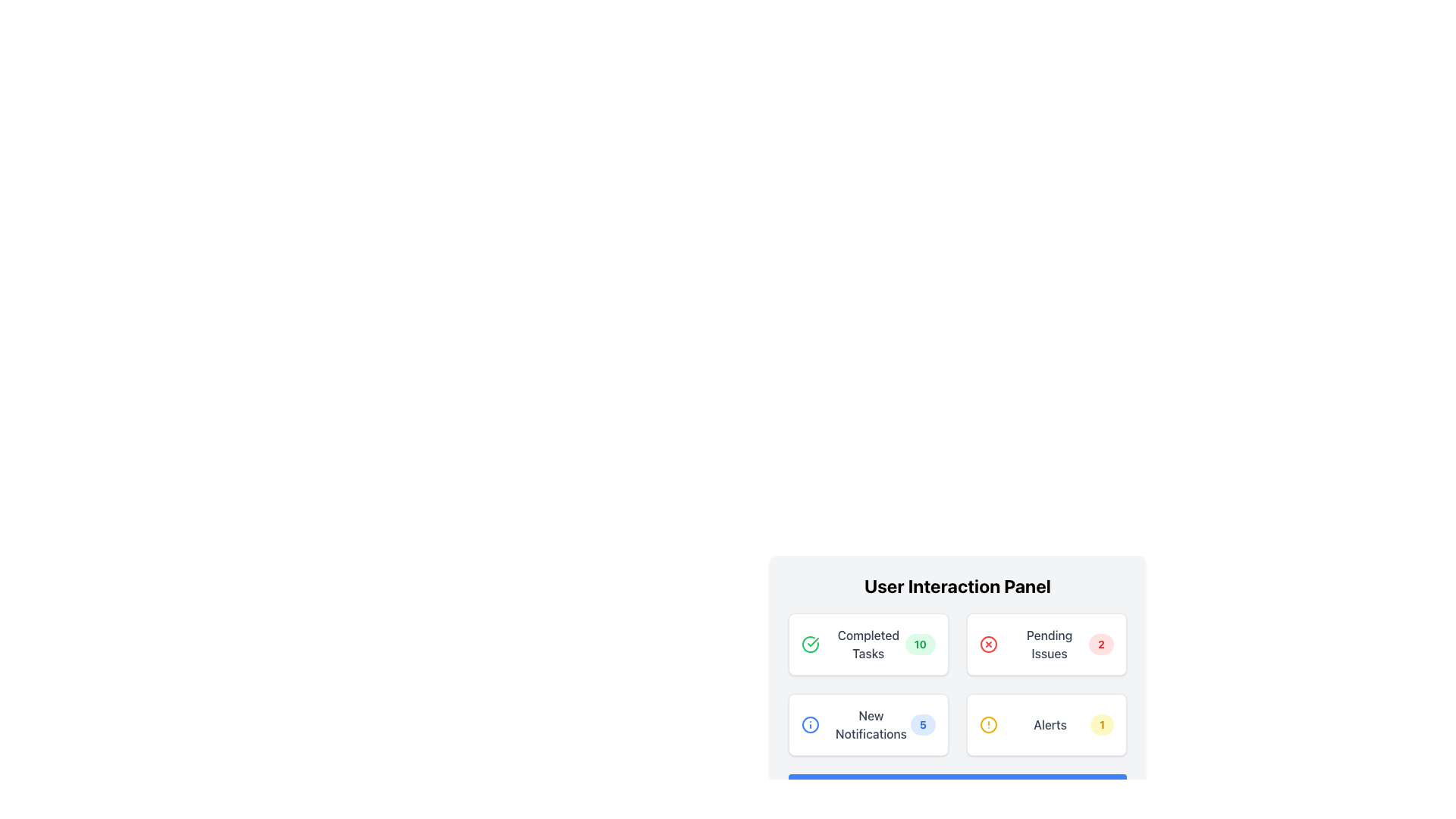 This screenshot has width=1456, height=819. Describe the element at coordinates (810, 644) in the screenshot. I see `the green checkmark icon in the 'Completed Tasks' section, which indicates the completion status of tasks` at that location.